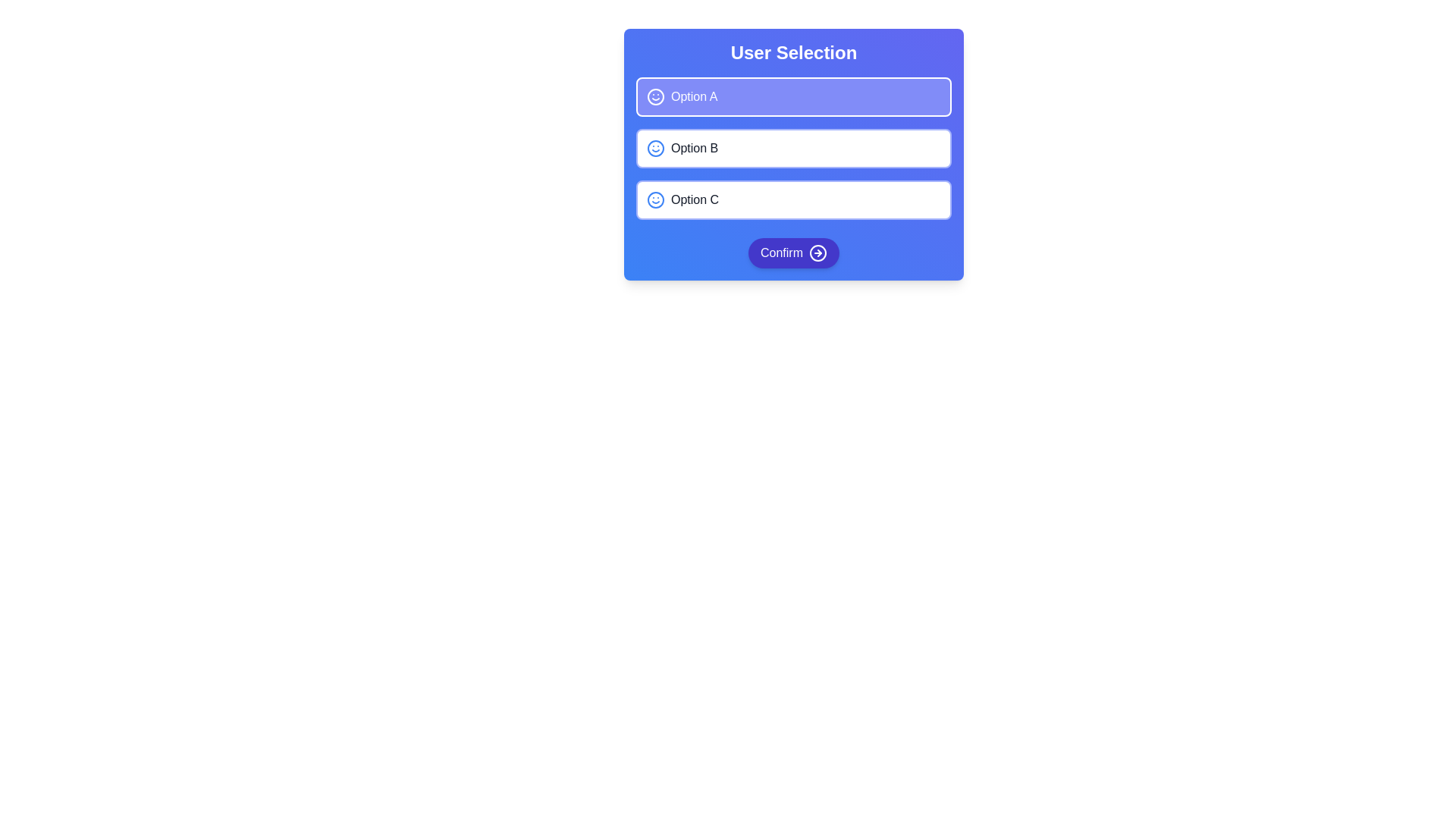 This screenshot has height=819, width=1456. I want to click on the right-pointing circular icon with a purple-blue background and white outlines, which is part of the 'Confirm' button, so click(817, 253).